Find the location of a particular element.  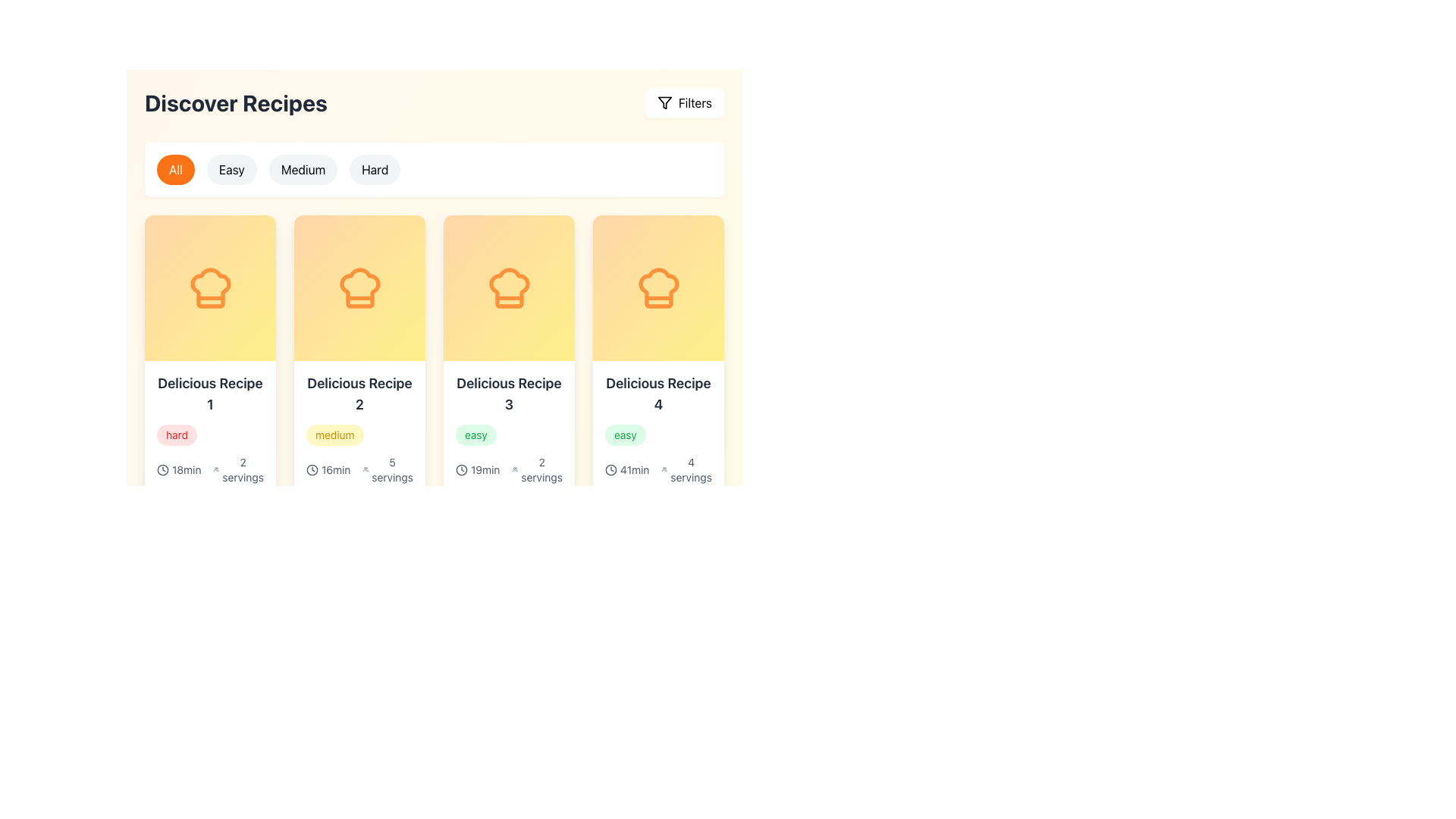

the fourth button in the horizontal row of filter options is located at coordinates (375, 169).